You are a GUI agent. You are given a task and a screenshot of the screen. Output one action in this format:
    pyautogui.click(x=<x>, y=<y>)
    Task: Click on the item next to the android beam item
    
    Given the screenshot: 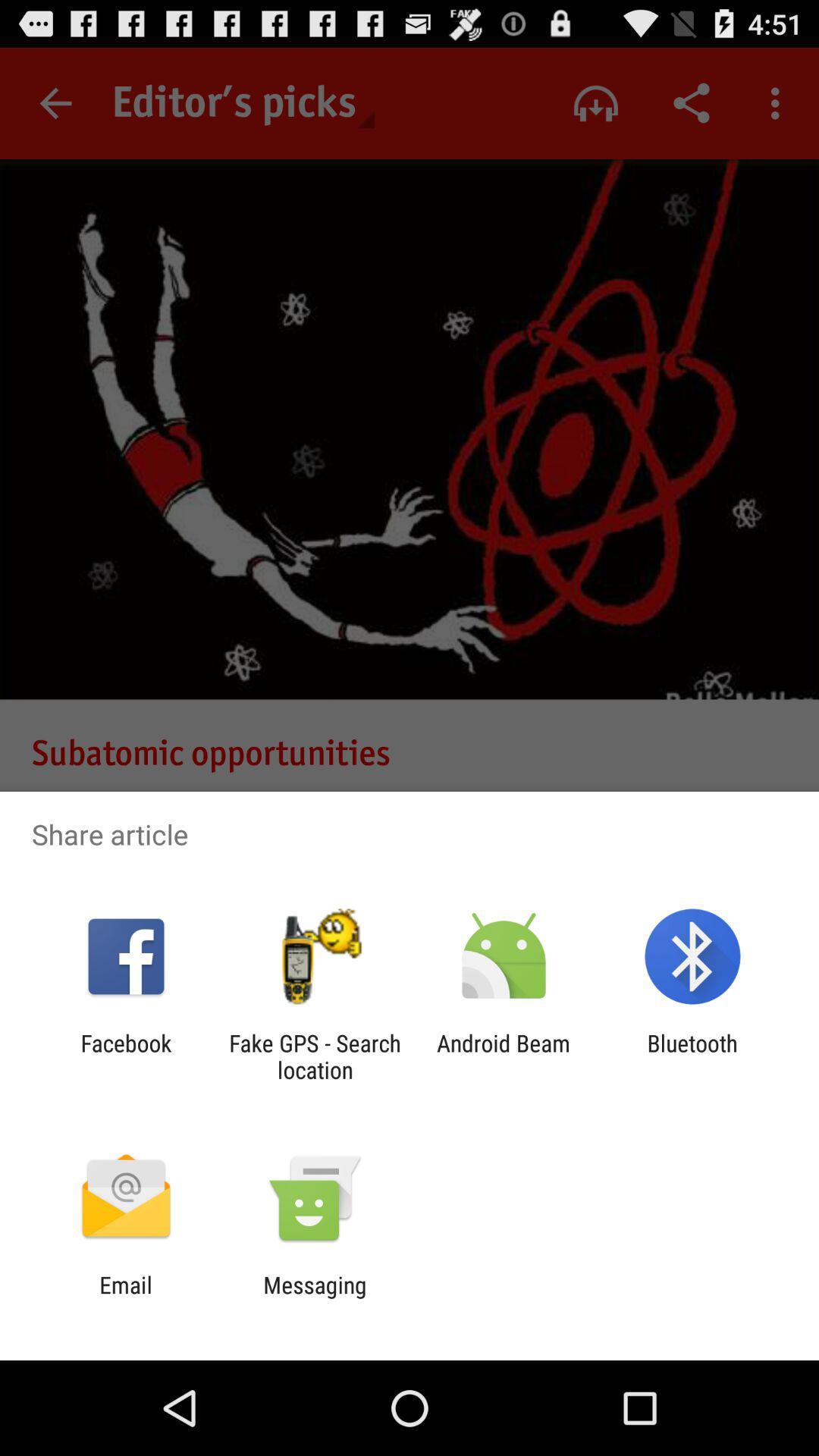 What is the action you would take?
    pyautogui.click(x=692, y=1056)
    